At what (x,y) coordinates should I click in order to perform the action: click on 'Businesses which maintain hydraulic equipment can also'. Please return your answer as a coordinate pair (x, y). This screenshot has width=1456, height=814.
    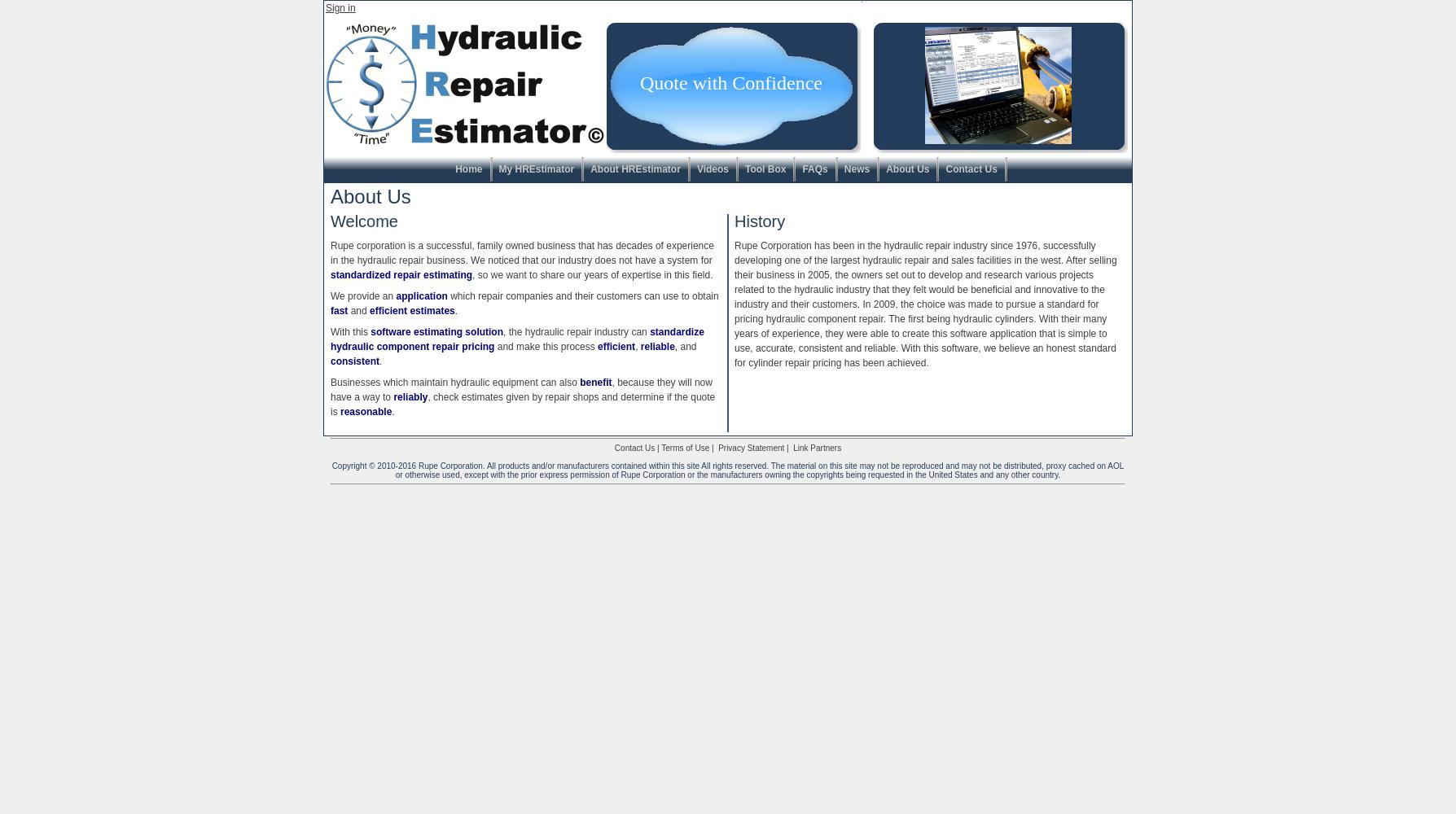
    Looking at the image, I should click on (454, 382).